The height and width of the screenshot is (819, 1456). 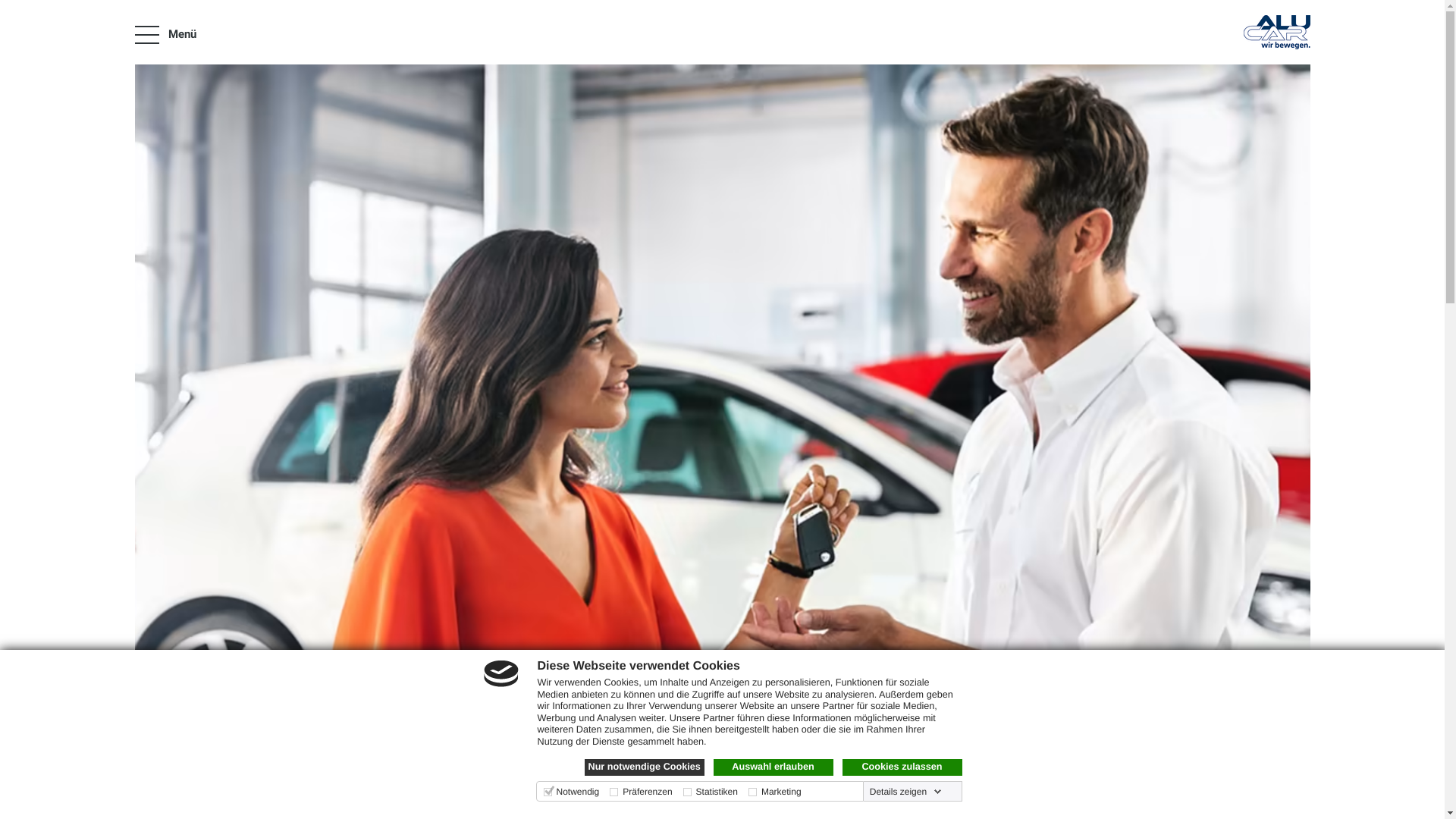 What do you see at coordinates (905, 791) in the screenshot?
I see `'Details zeigen'` at bounding box center [905, 791].